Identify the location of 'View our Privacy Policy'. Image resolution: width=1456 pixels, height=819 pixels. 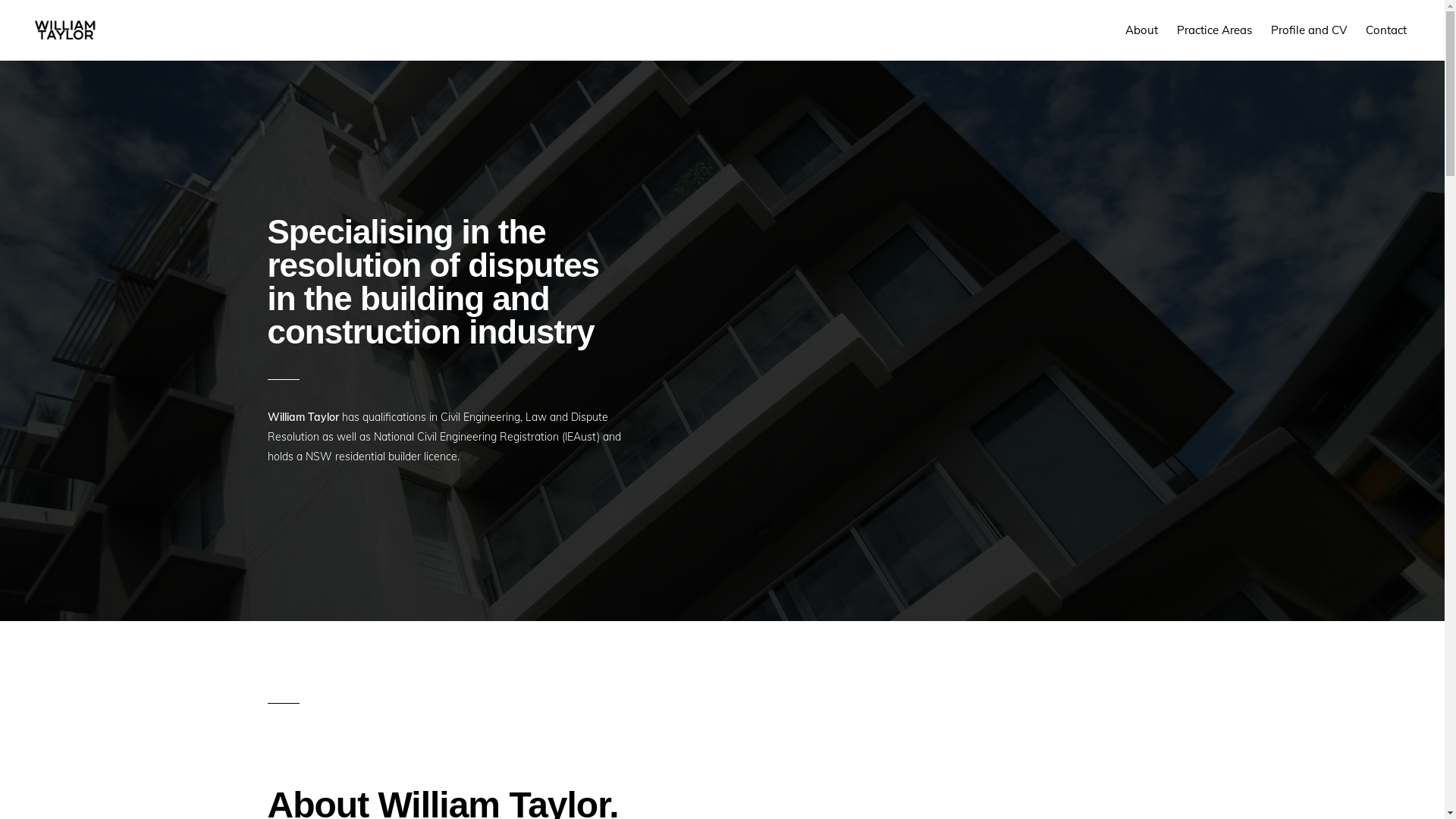
(787, 783).